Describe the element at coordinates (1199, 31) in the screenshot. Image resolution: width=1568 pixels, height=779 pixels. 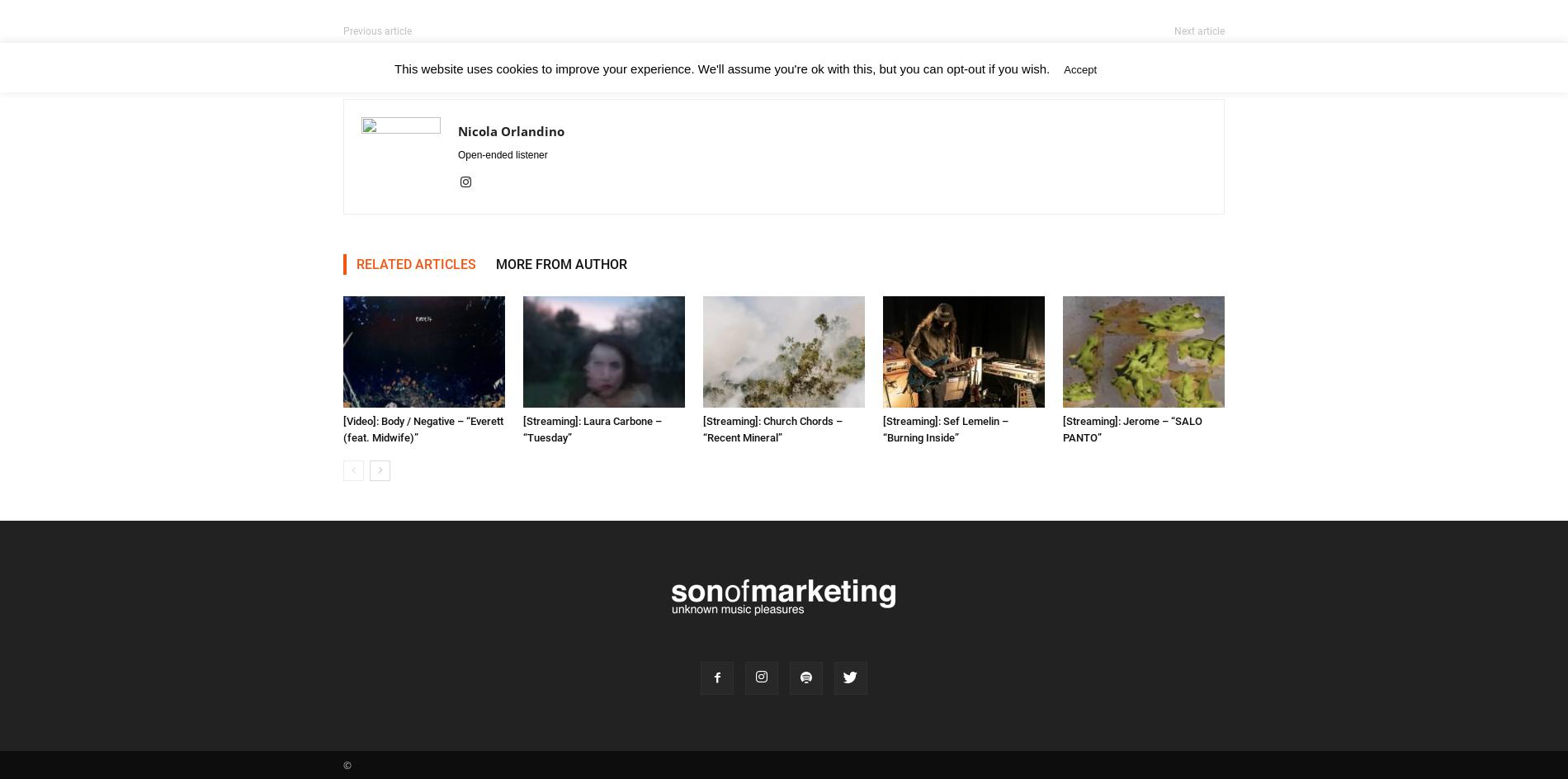
I see `'Next article'` at that location.